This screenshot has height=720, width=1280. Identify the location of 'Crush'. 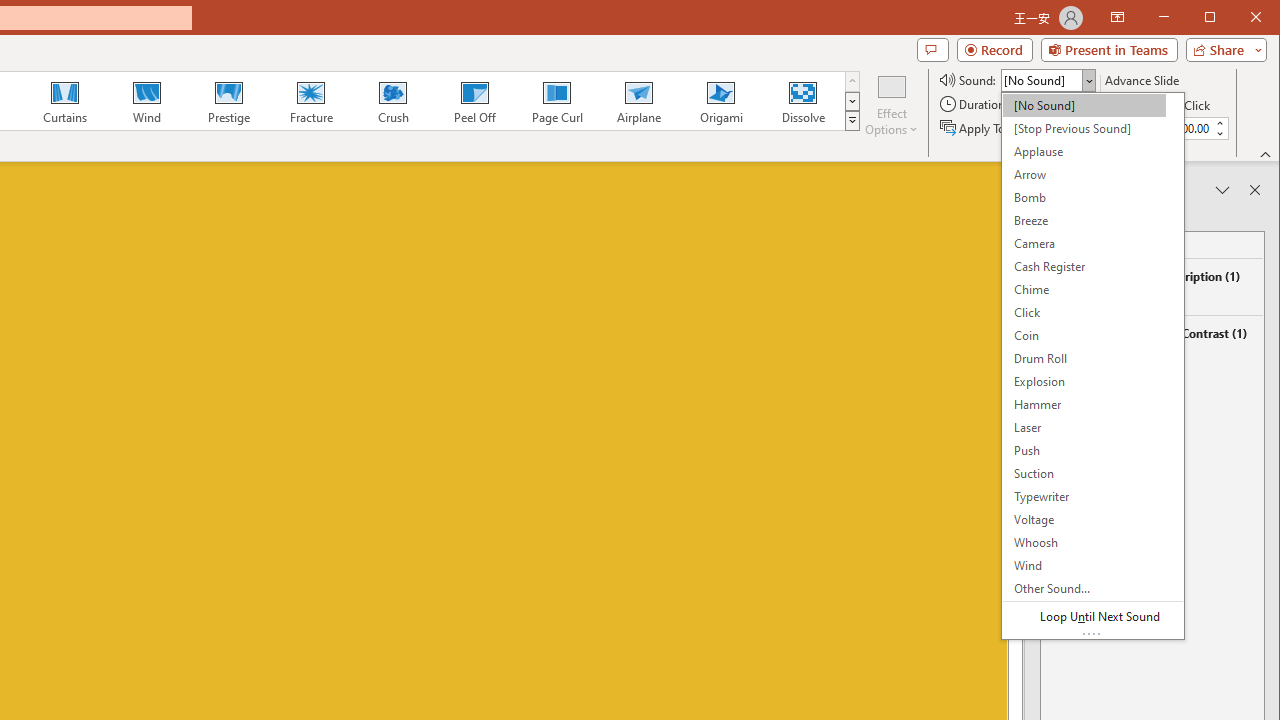
(392, 100).